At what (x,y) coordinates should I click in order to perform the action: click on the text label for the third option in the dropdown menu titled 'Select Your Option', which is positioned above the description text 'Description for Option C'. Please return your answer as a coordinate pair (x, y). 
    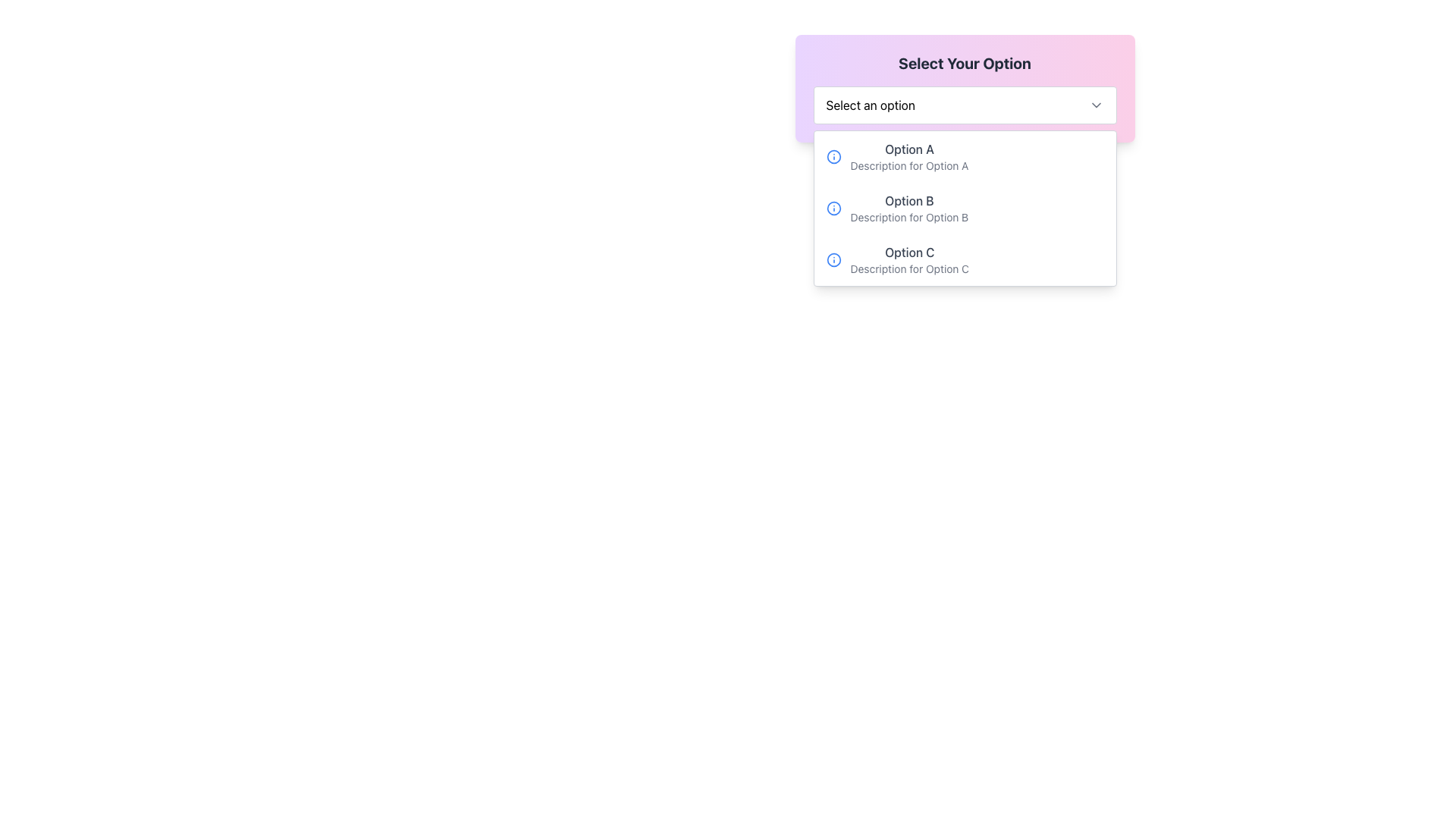
    Looking at the image, I should click on (909, 251).